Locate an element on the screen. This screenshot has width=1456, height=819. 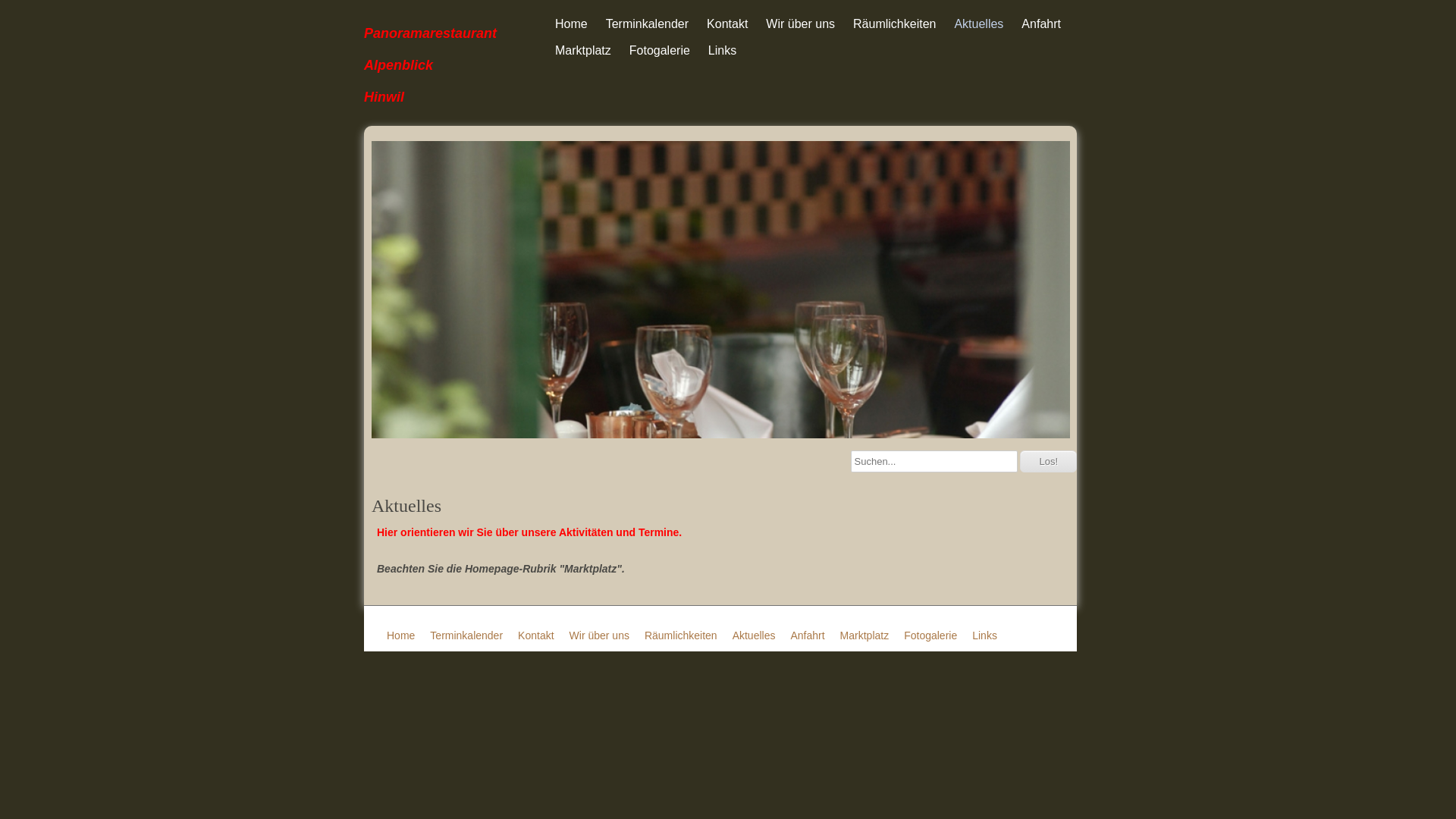
'Terminkalender' is located at coordinates (428, 635).